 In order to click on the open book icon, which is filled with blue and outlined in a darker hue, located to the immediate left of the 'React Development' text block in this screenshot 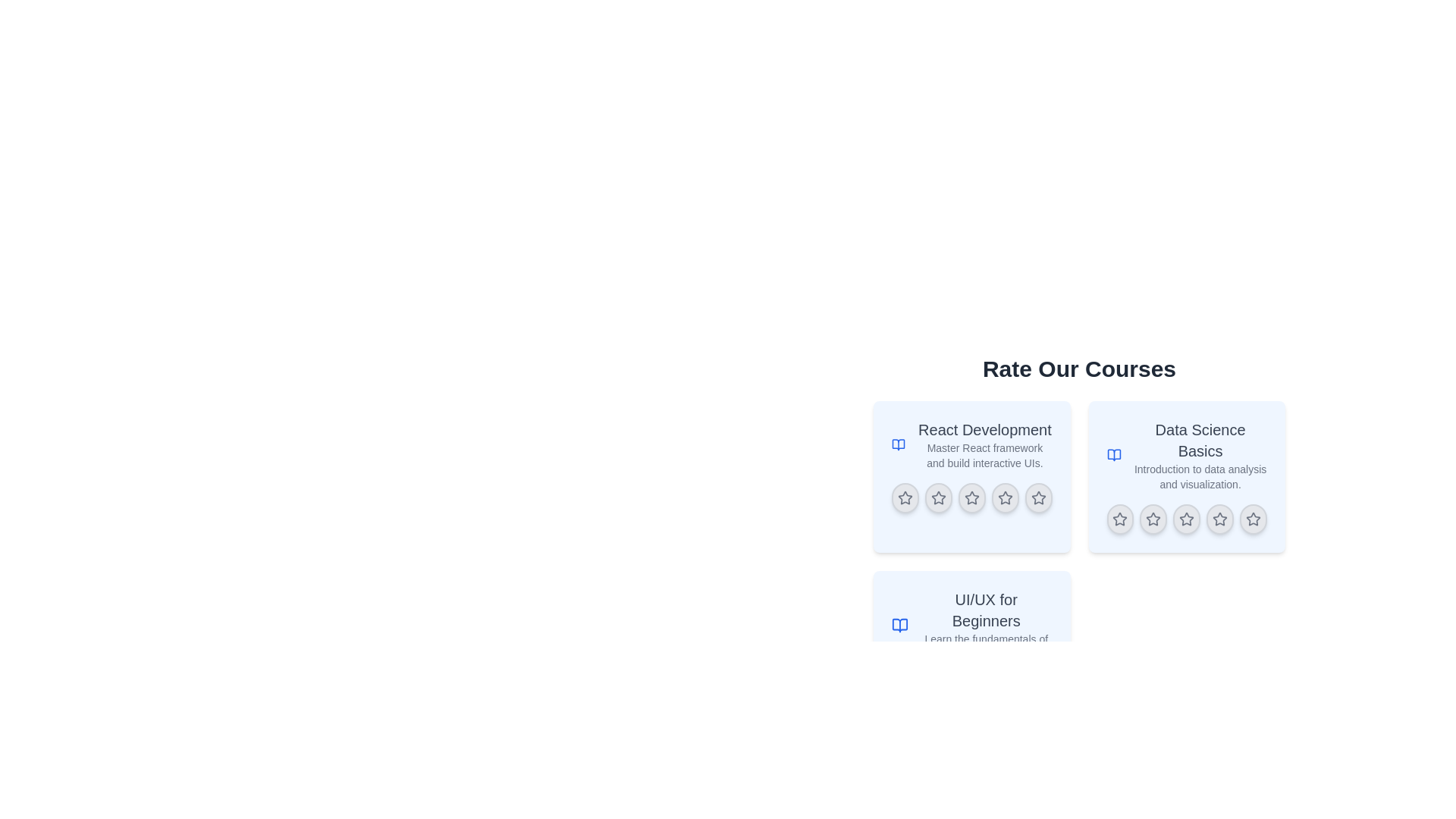, I will do `click(899, 444)`.